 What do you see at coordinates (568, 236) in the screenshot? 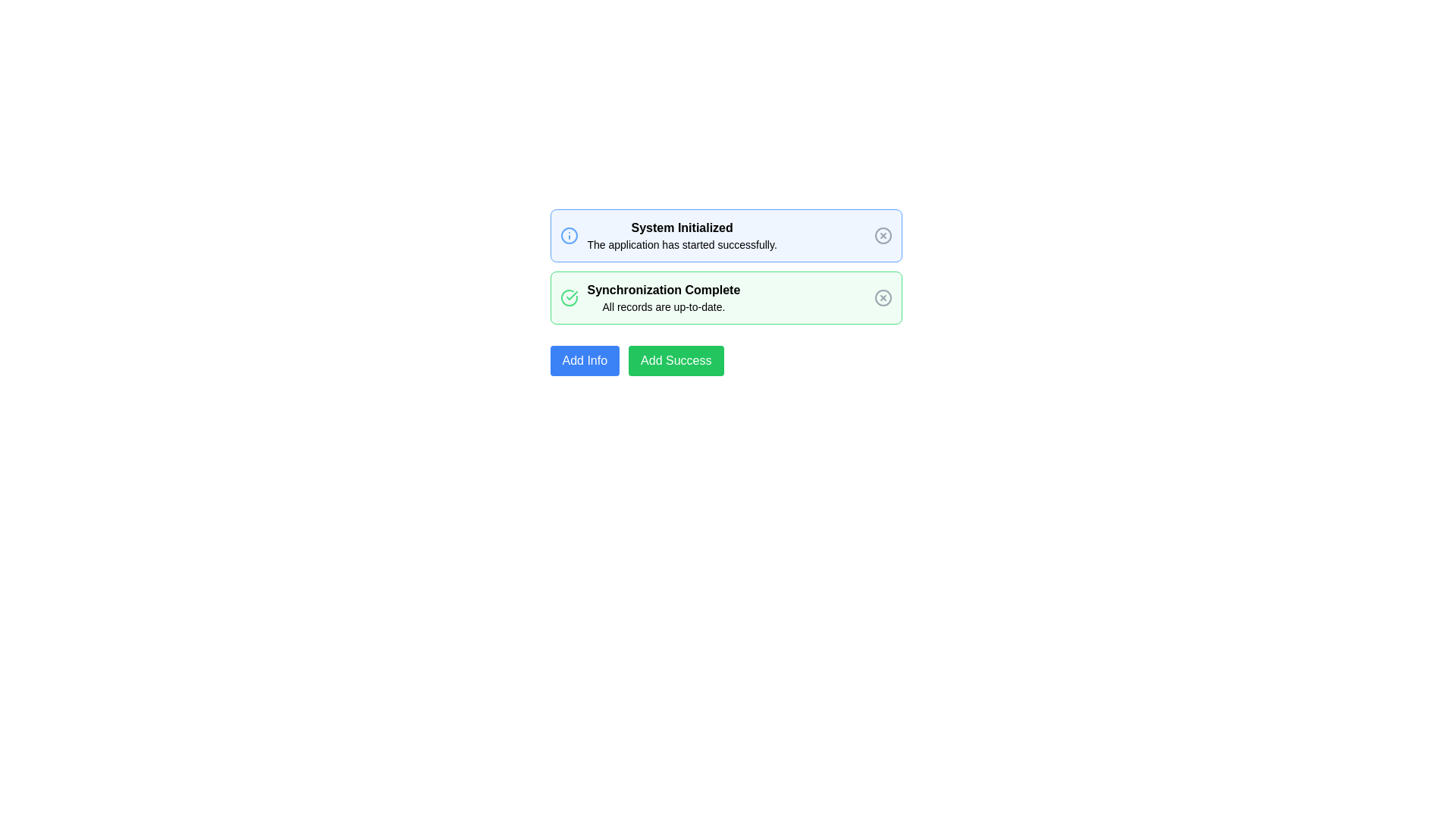
I see `the informational icon in the first notification box labeled 'System Initialized', which is centrally located at the top and bottom boundaries of the box` at bounding box center [568, 236].